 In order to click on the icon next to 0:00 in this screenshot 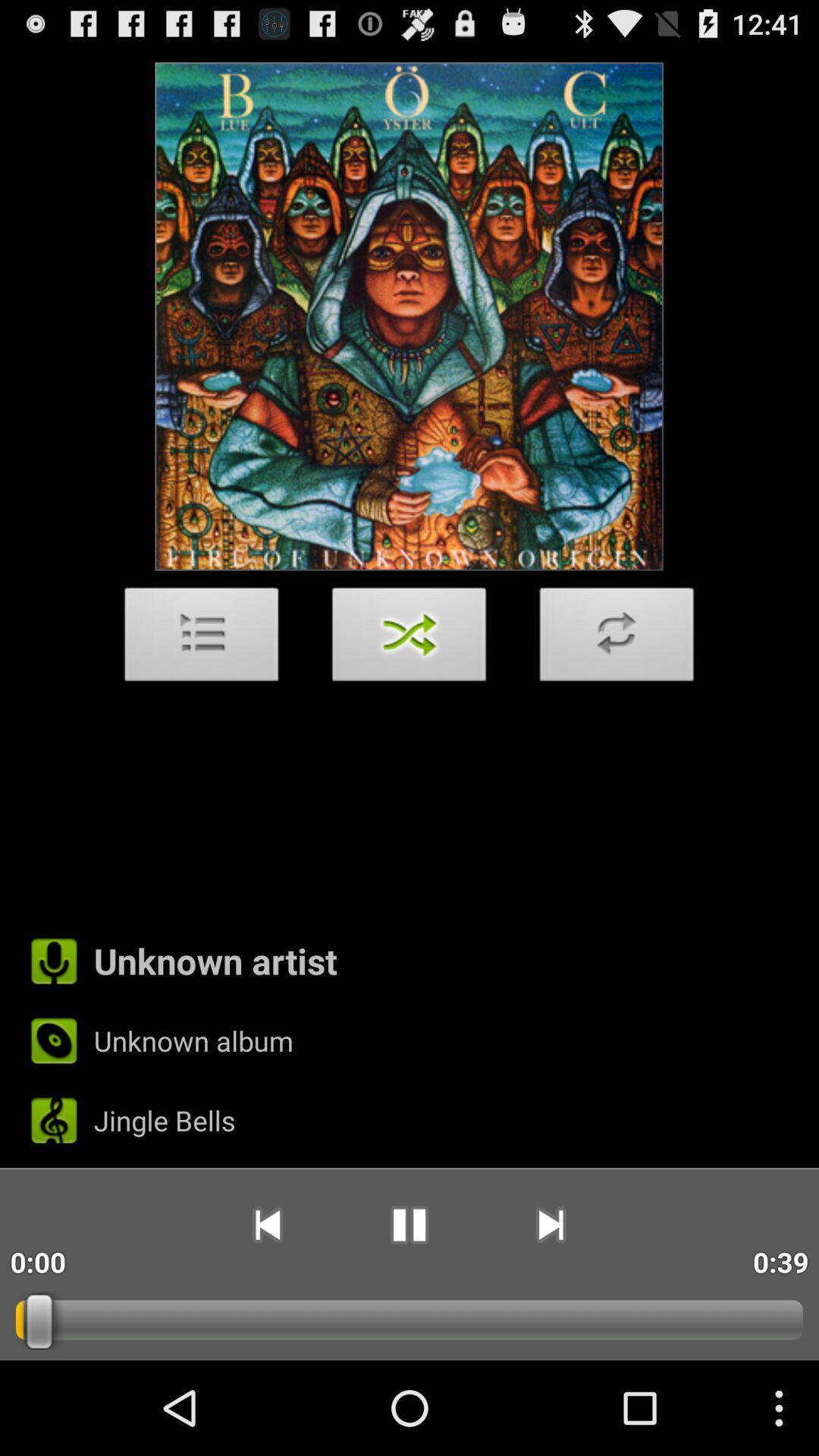, I will do `click(266, 1225)`.